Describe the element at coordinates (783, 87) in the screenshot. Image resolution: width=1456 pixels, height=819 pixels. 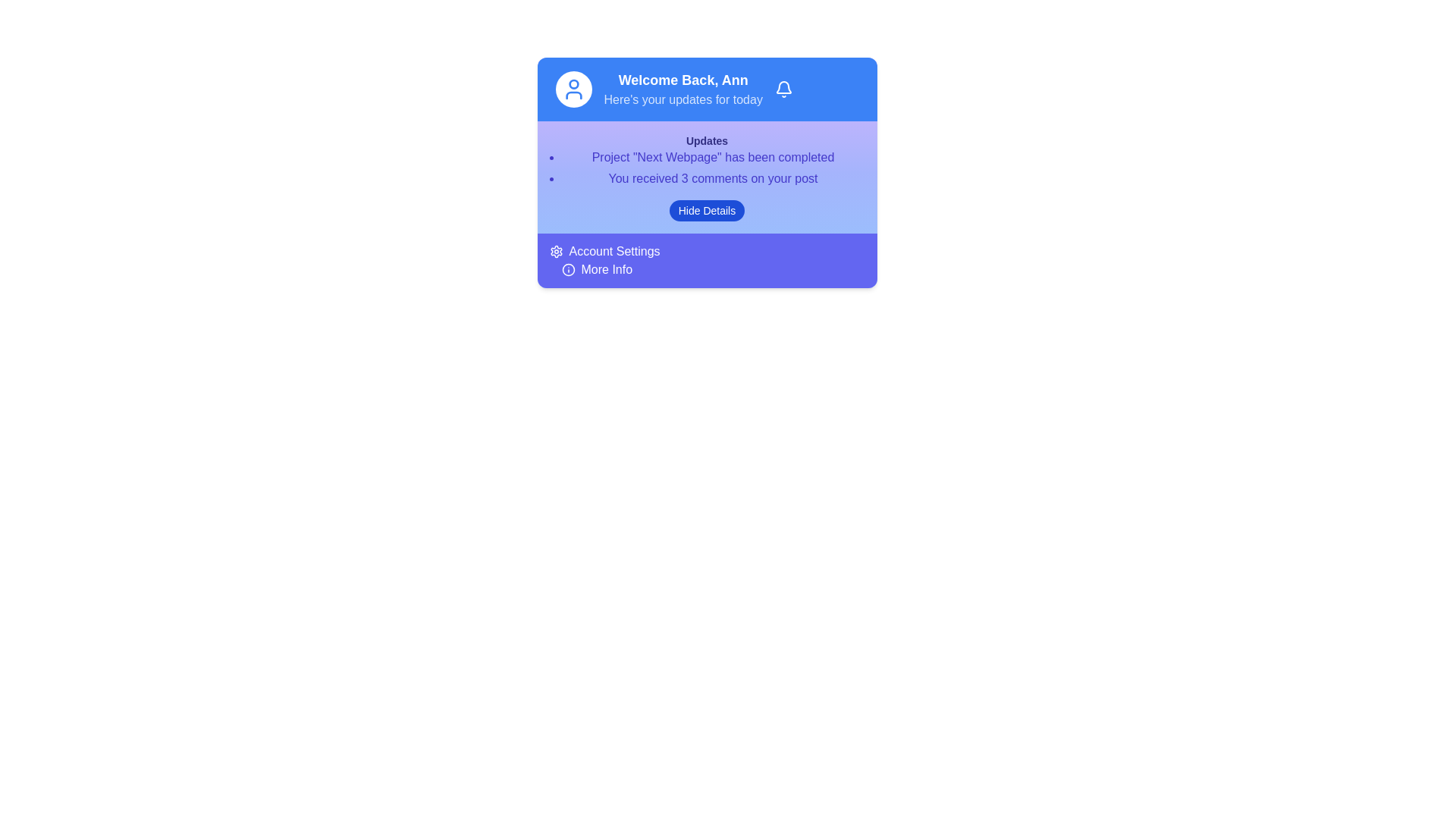
I see `the bell-shaped notification icon located at the top-right corner of the user interface card, which visually indicates alerts related to the user's account` at that location.